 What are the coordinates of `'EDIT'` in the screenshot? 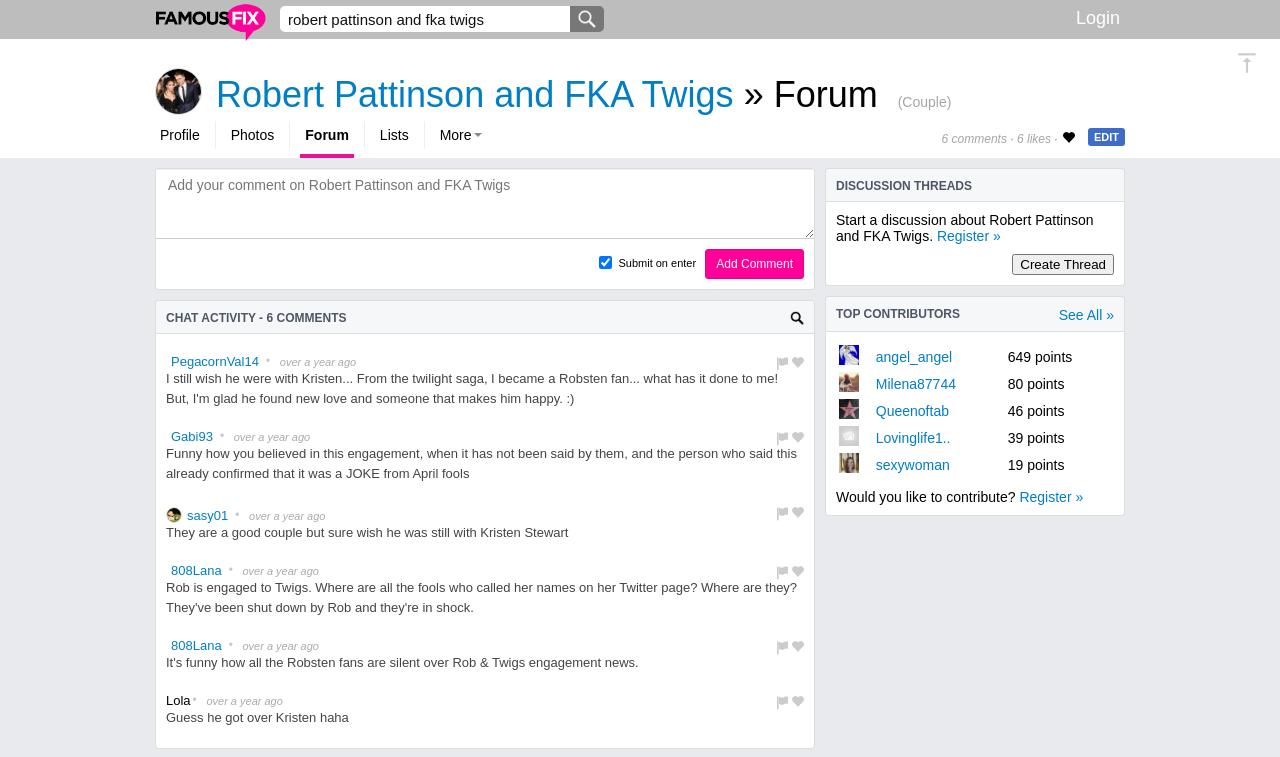 It's located at (1105, 136).